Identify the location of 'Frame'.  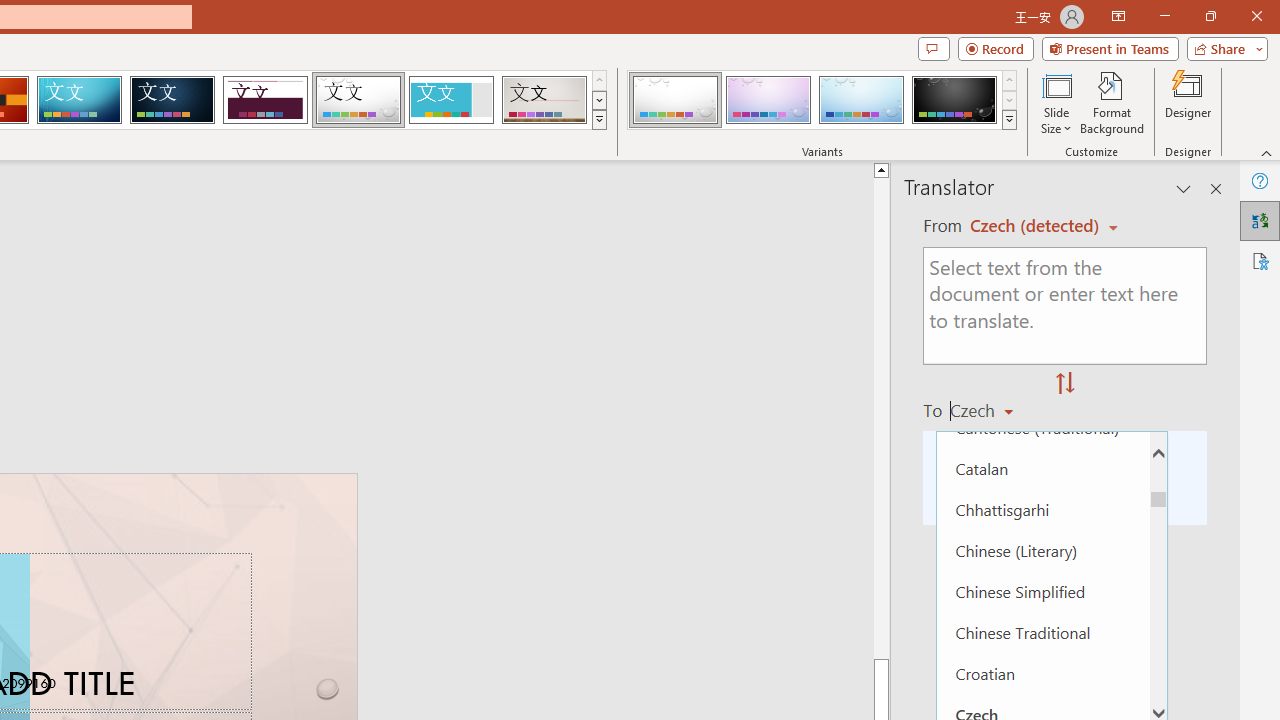
(450, 100).